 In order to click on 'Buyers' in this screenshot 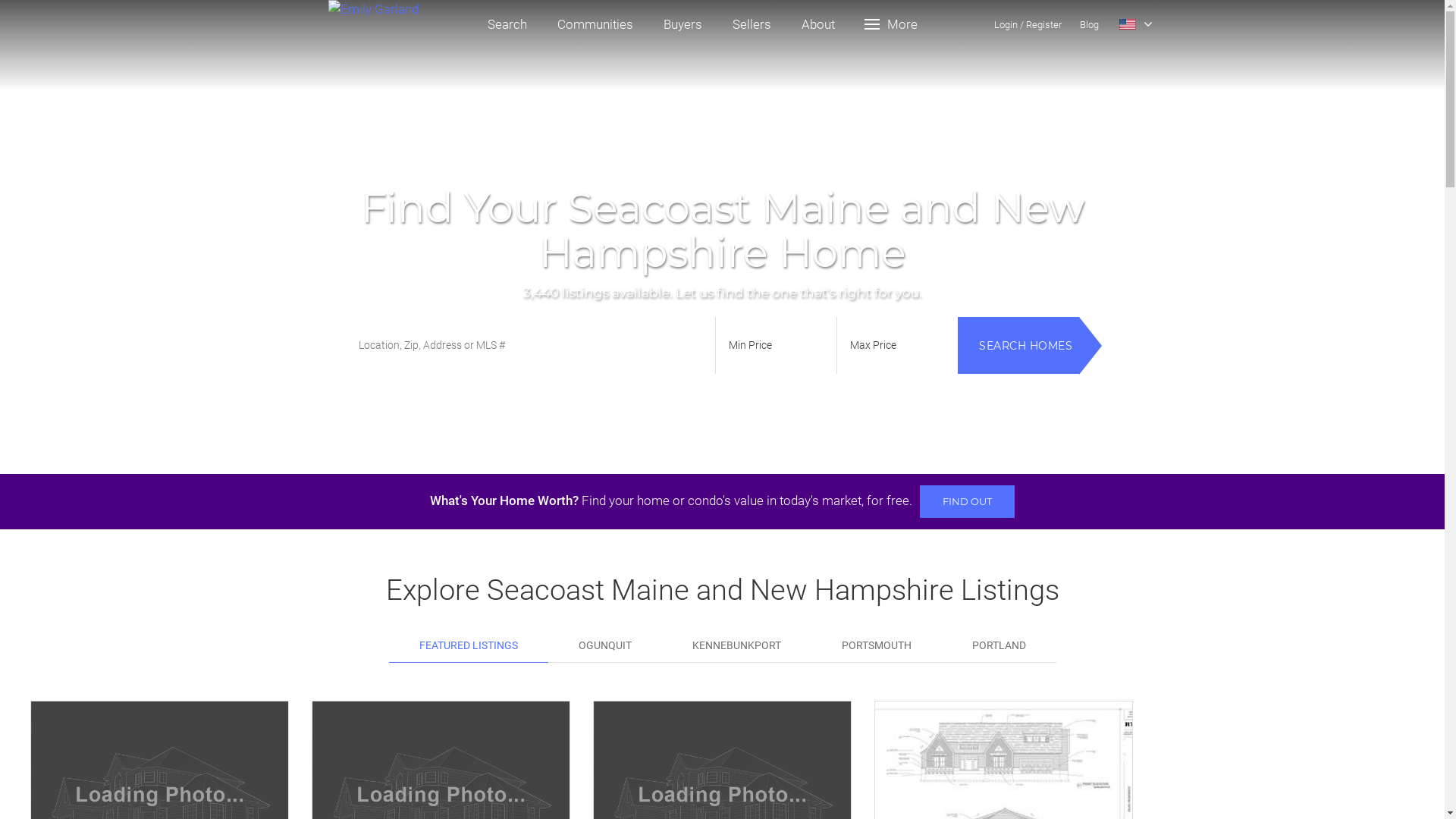, I will do `click(681, 24)`.